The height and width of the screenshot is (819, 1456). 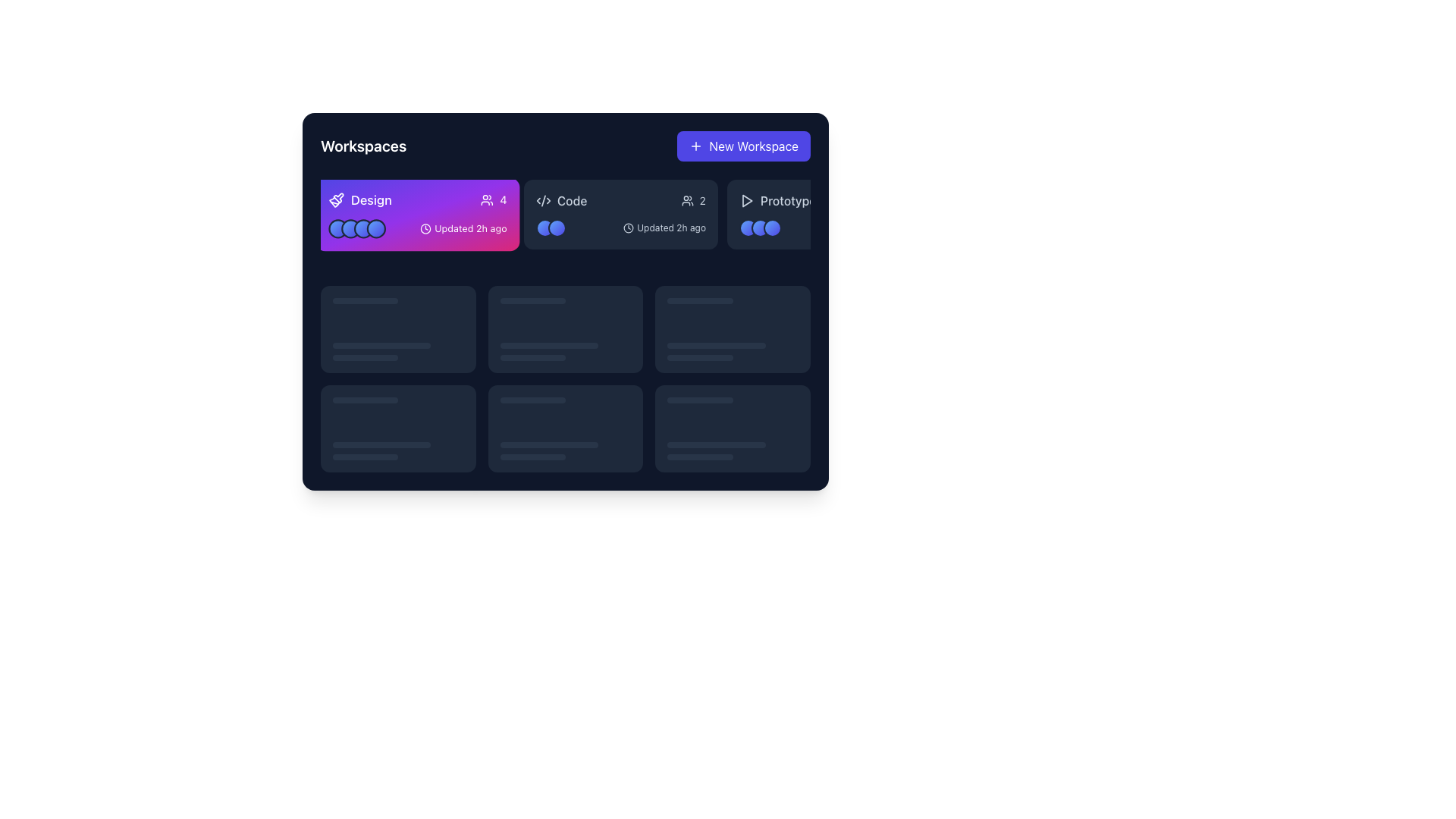 I want to click on the first decorative indicator badge within the horizontally aligned group located in the second dashboard card labeled 'Code', so click(x=545, y=227).